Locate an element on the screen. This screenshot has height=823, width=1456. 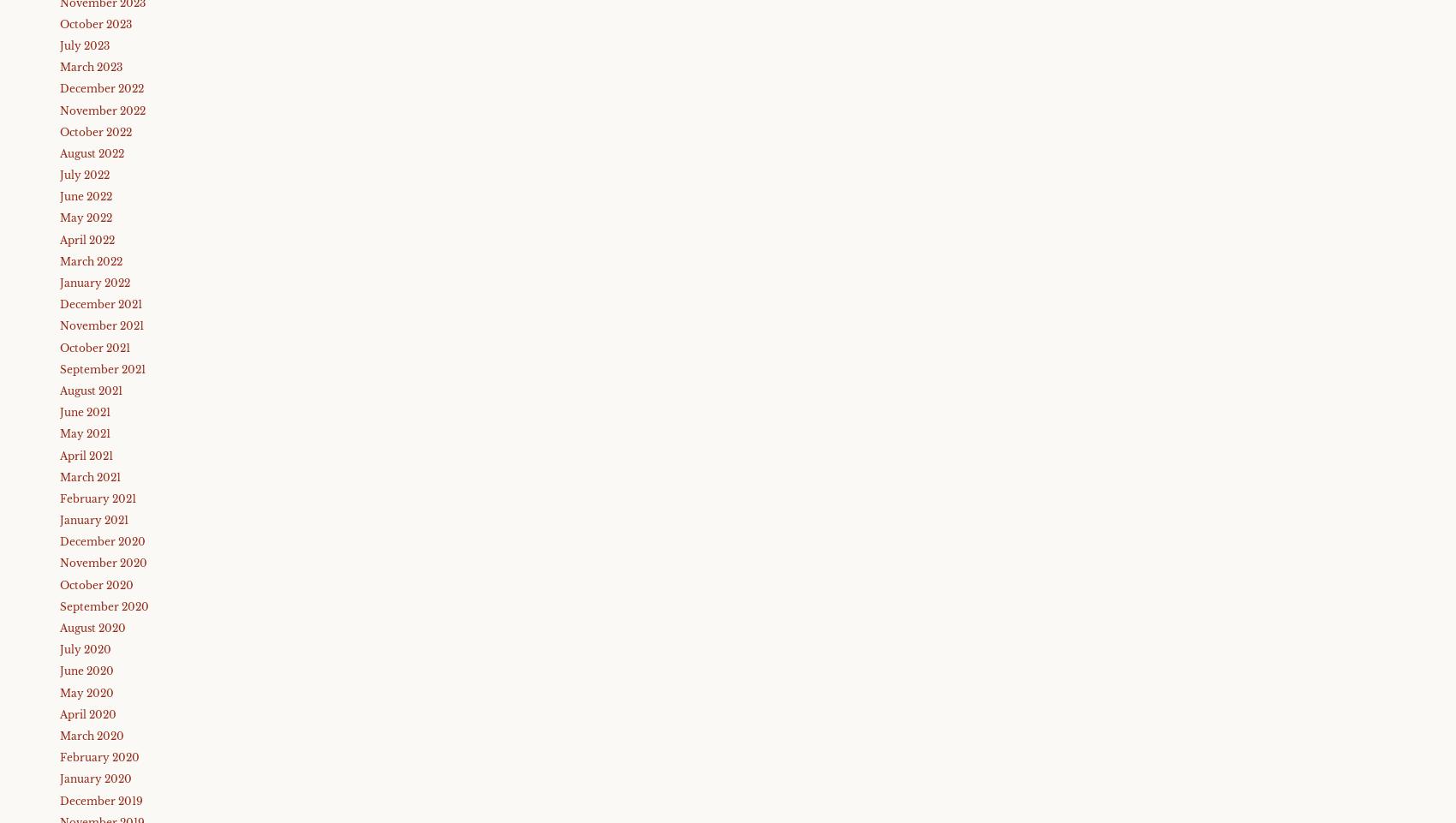
'April 2020' is located at coordinates (88, 713).